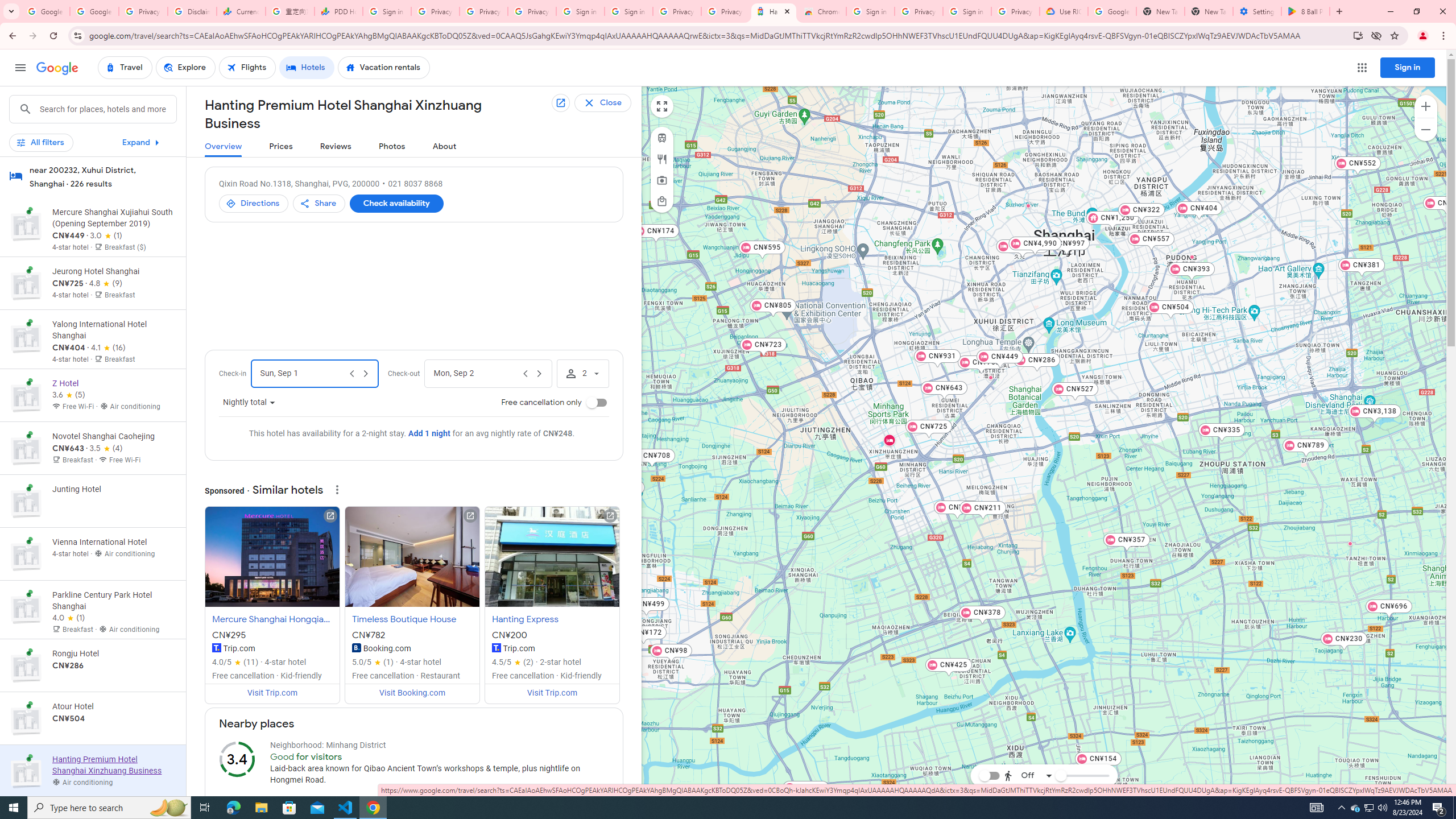  What do you see at coordinates (113, 758) in the screenshot?
I see `'View prices for Atour Hotel'` at bounding box center [113, 758].